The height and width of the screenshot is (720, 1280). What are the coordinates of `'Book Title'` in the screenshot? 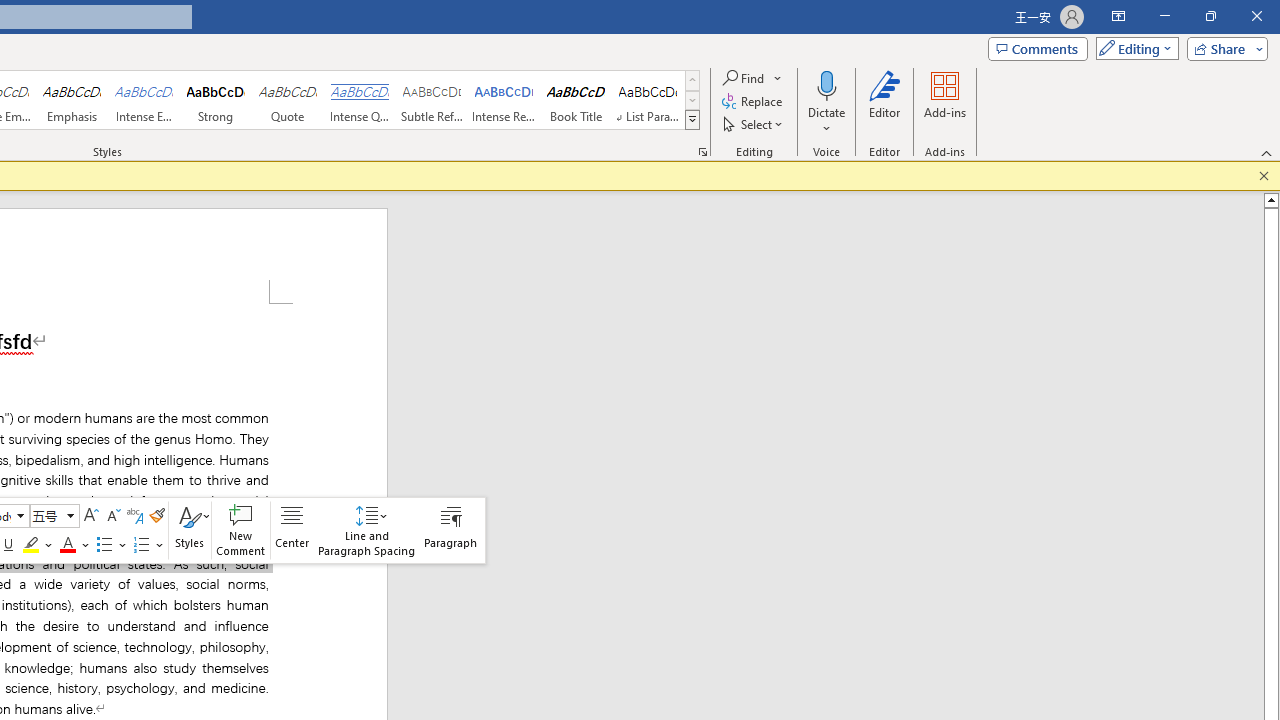 It's located at (575, 100).